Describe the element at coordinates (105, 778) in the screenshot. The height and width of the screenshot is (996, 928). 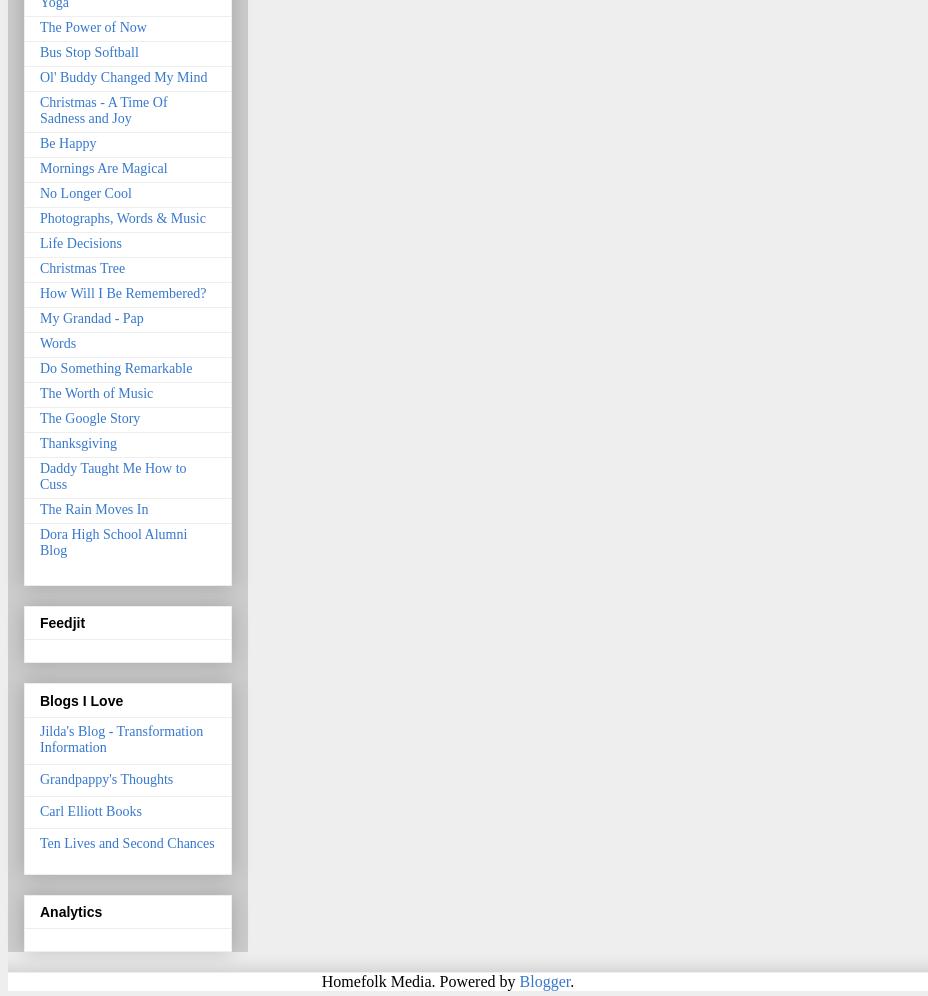
I see `'Grandpappy's Thoughts'` at that location.